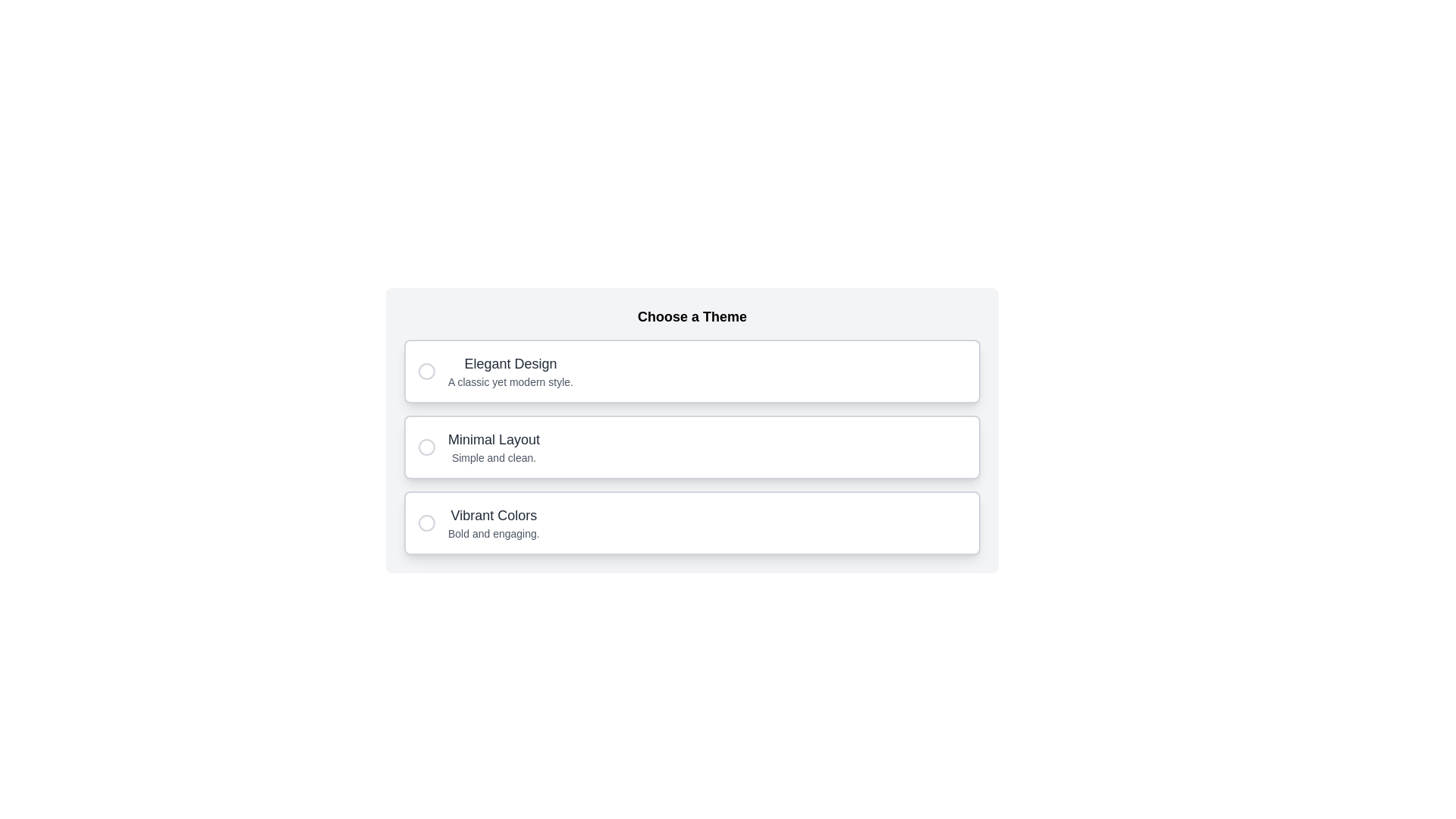  I want to click on the text label that serves as a title for a selectable option within a list of choices, so click(494, 439).